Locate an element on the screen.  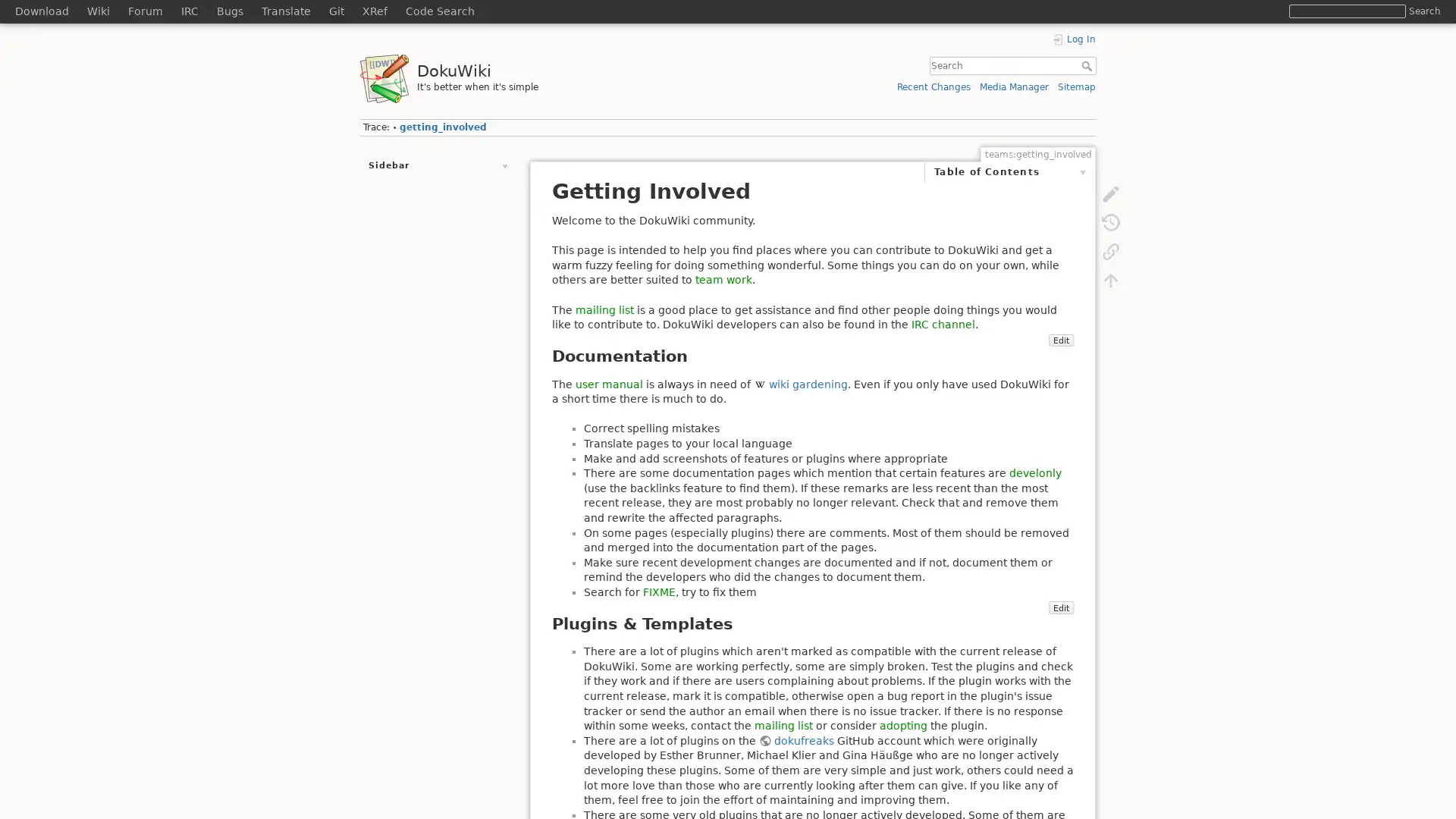
Edit is located at coordinates (1059, 623).